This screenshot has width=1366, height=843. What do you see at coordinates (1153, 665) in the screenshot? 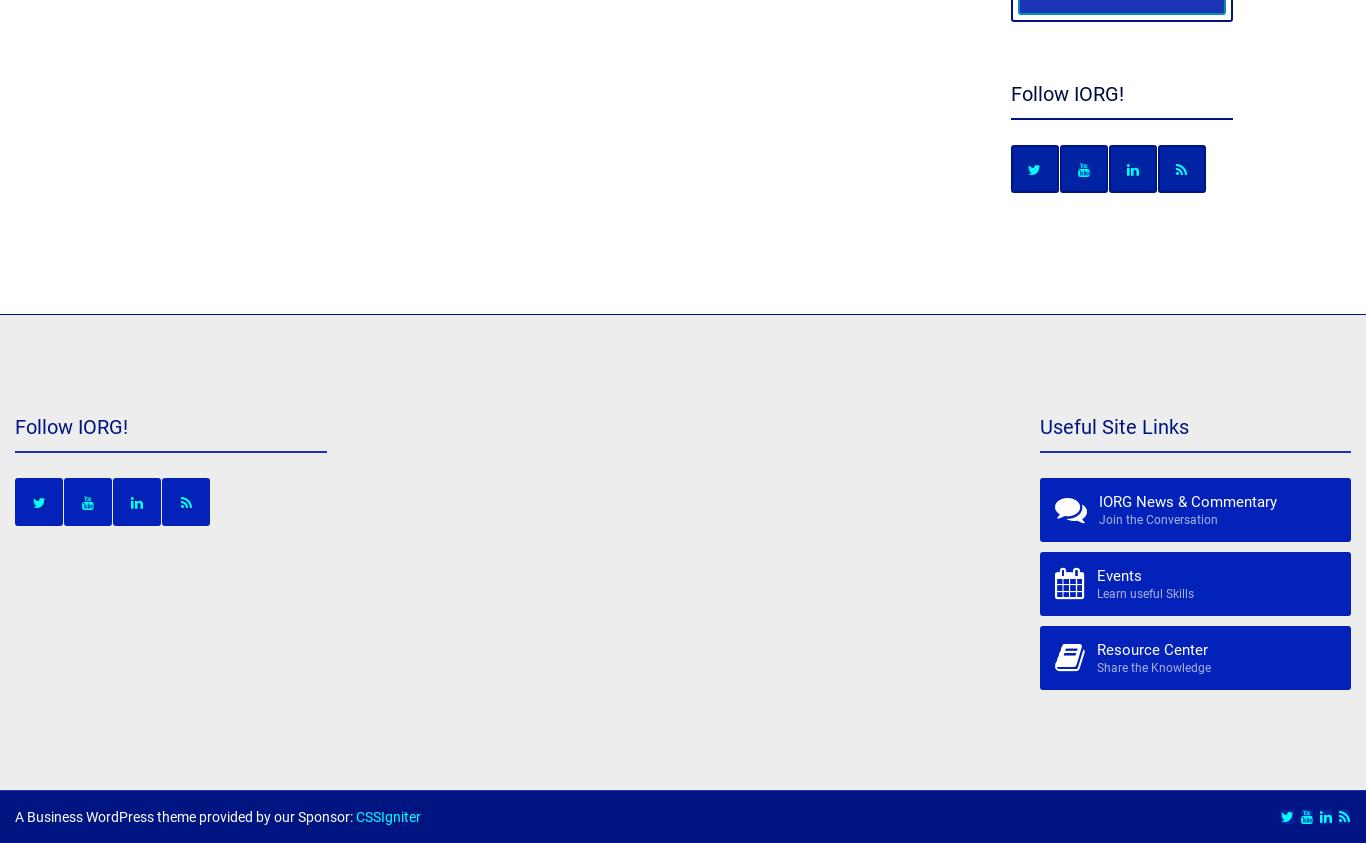
I see `'Share the Knowledge'` at bounding box center [1153, 665].